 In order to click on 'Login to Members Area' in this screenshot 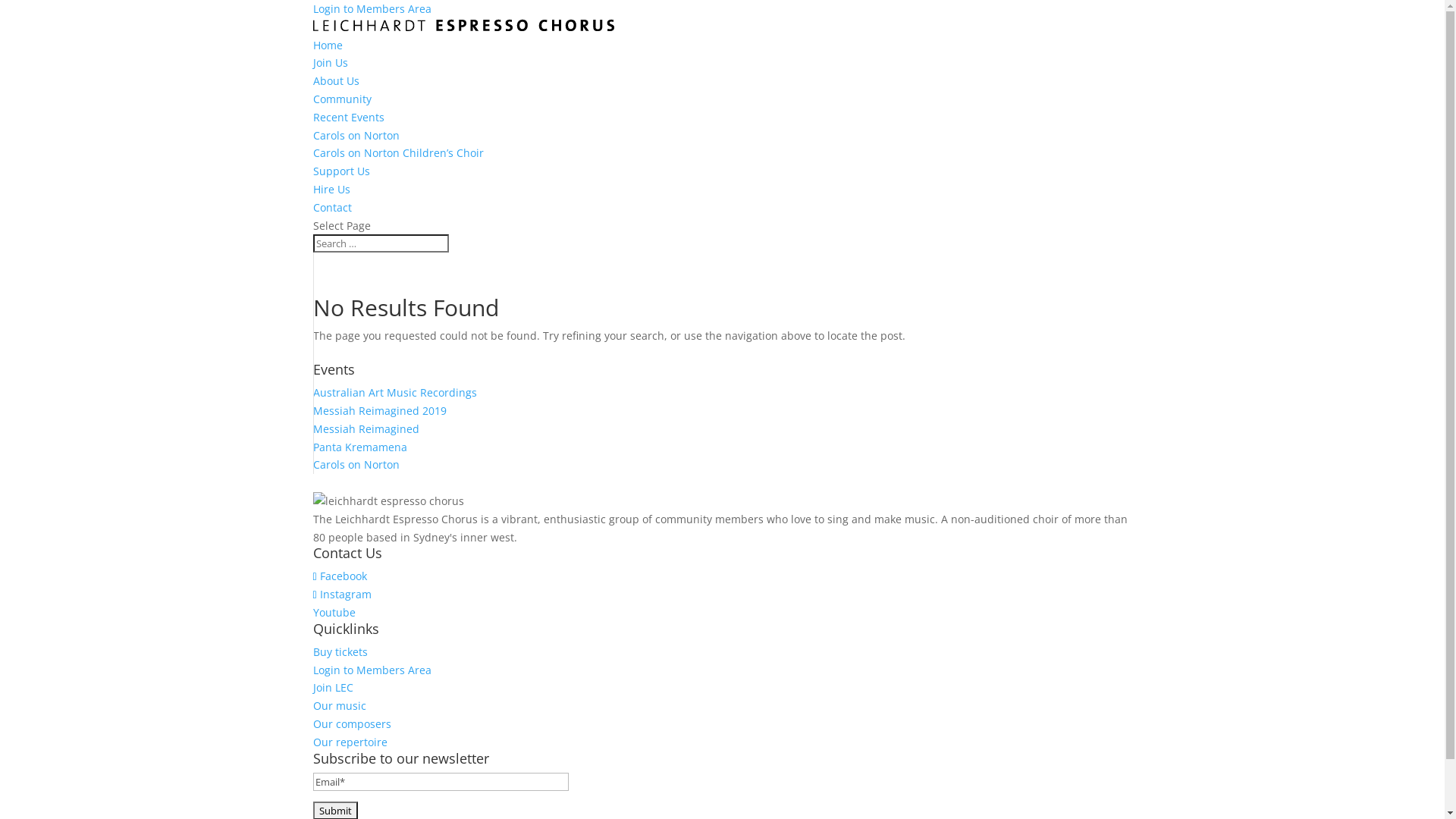, I will do `click(312, 669)`.